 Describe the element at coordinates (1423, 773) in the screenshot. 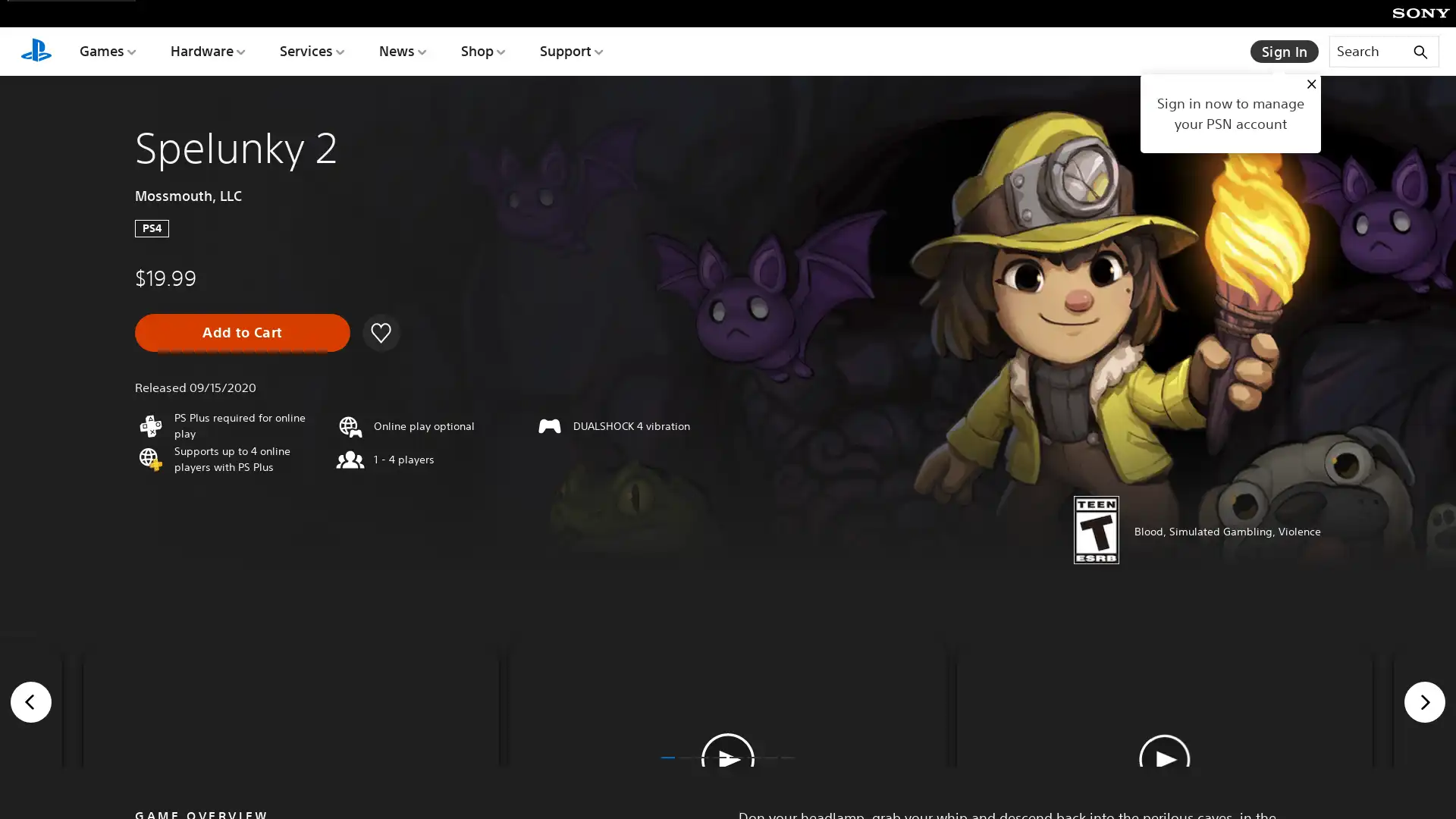

I see `Next` at that location.